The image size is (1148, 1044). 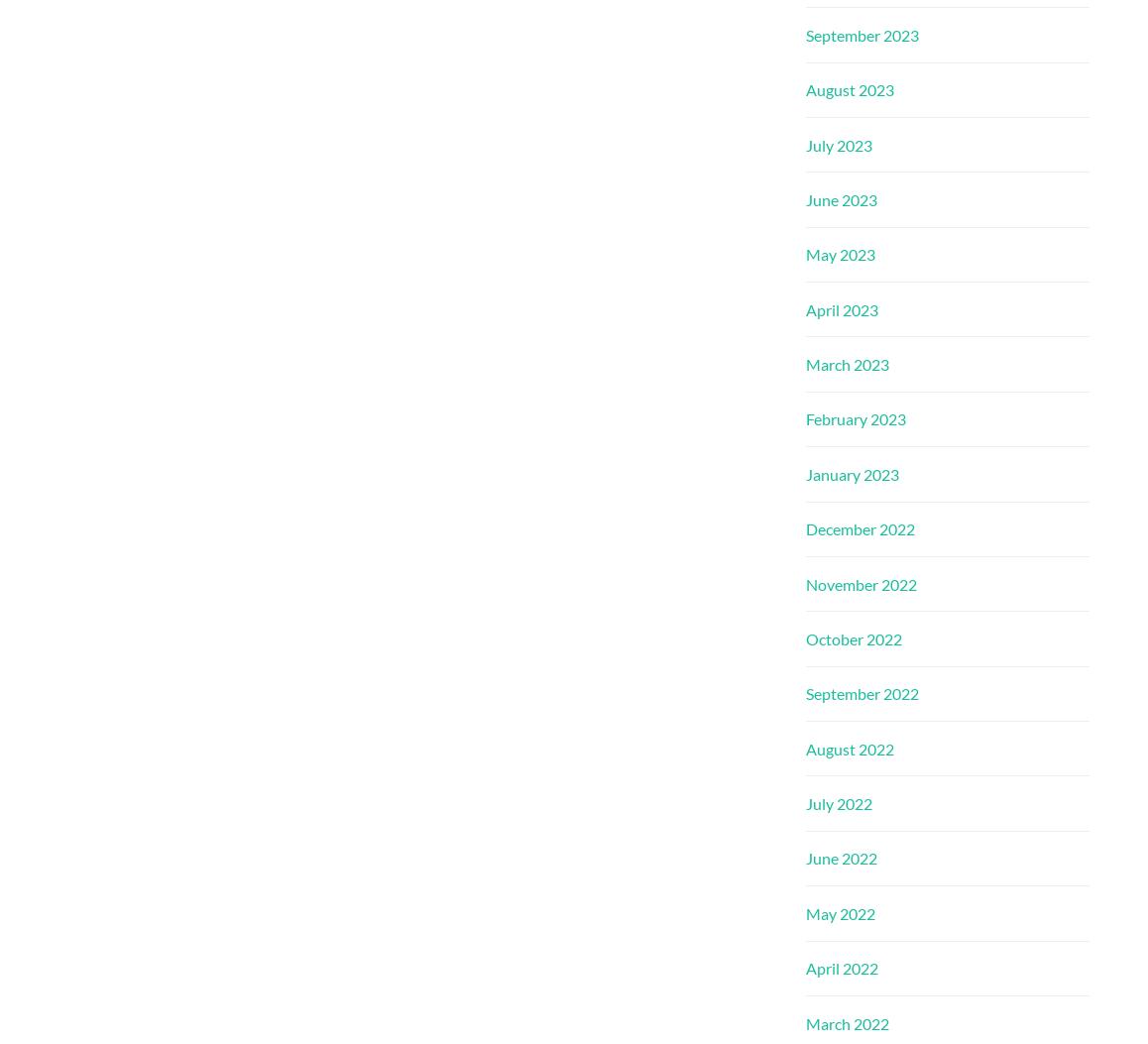 What do you see at coordinates (860, 527) in the screenshot?
I see `'December 2022'` at bounding box center [860, 527].